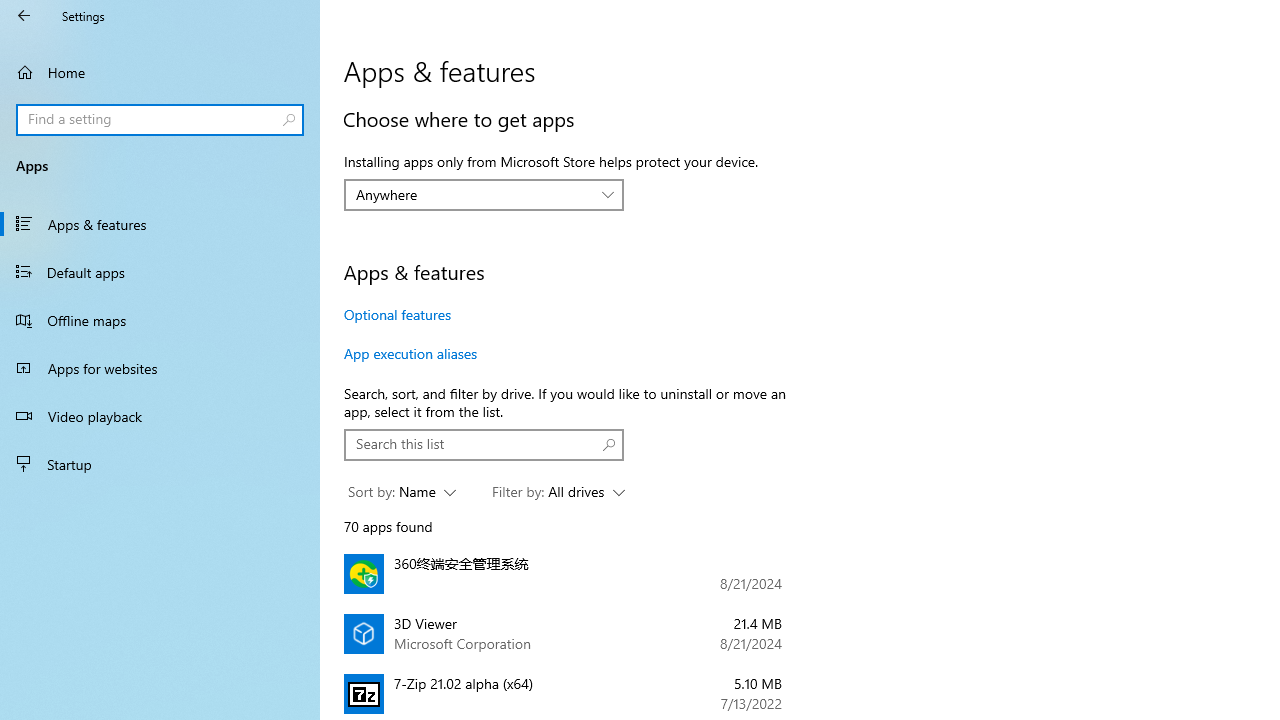  Describe the element at coordinates (24, 15) in the screenshot. I see `'Back'` at that location.